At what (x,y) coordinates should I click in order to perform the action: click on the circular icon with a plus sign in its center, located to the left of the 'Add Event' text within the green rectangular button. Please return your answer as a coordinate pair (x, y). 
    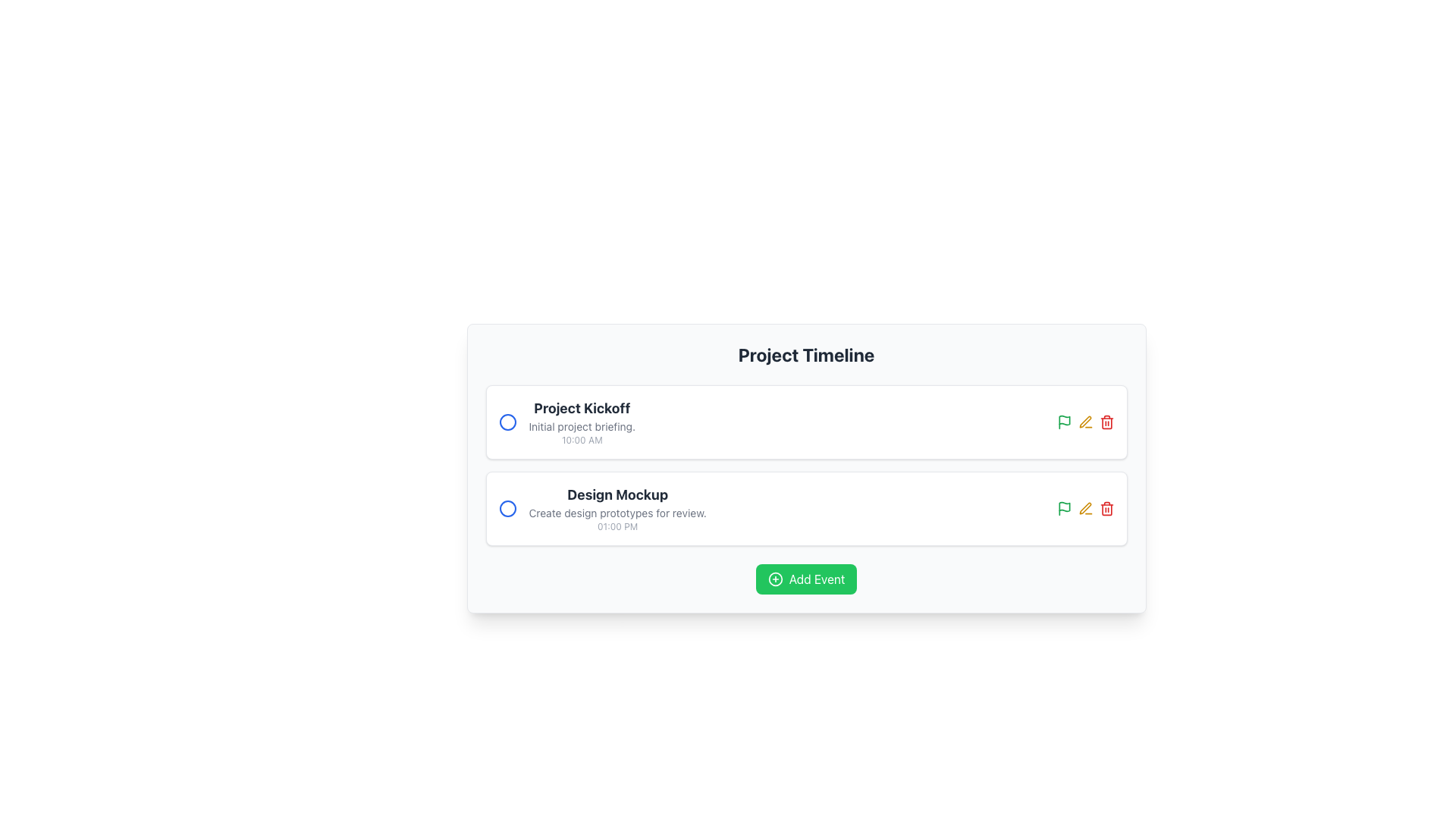
    Looking at the image, I should click on (775, 579).